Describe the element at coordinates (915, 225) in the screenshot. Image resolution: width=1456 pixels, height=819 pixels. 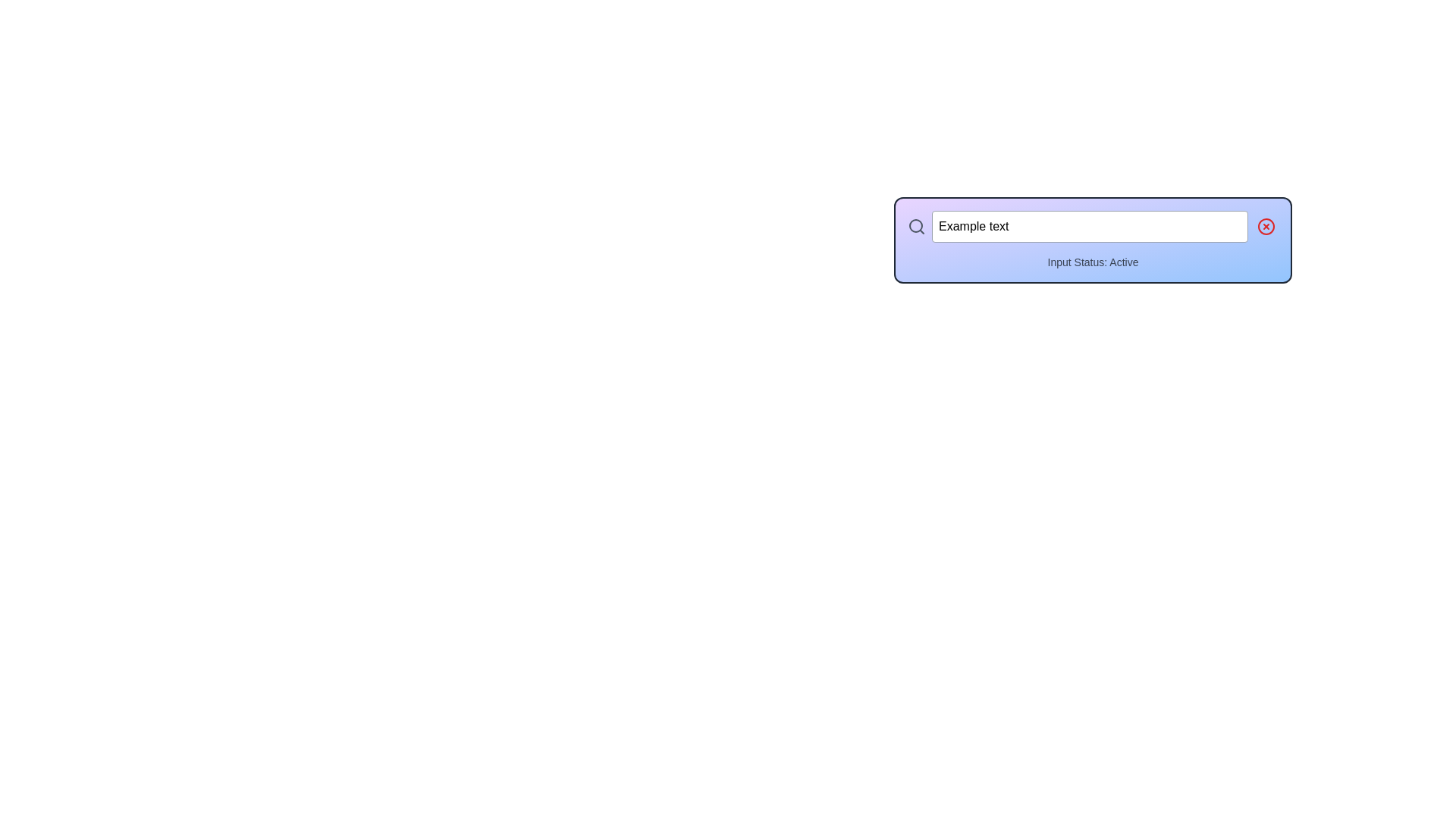
I see `the circular outline of the magnifying glass icon, which is positioned towards the left side near the handle intersection of the SVG image` at that location.